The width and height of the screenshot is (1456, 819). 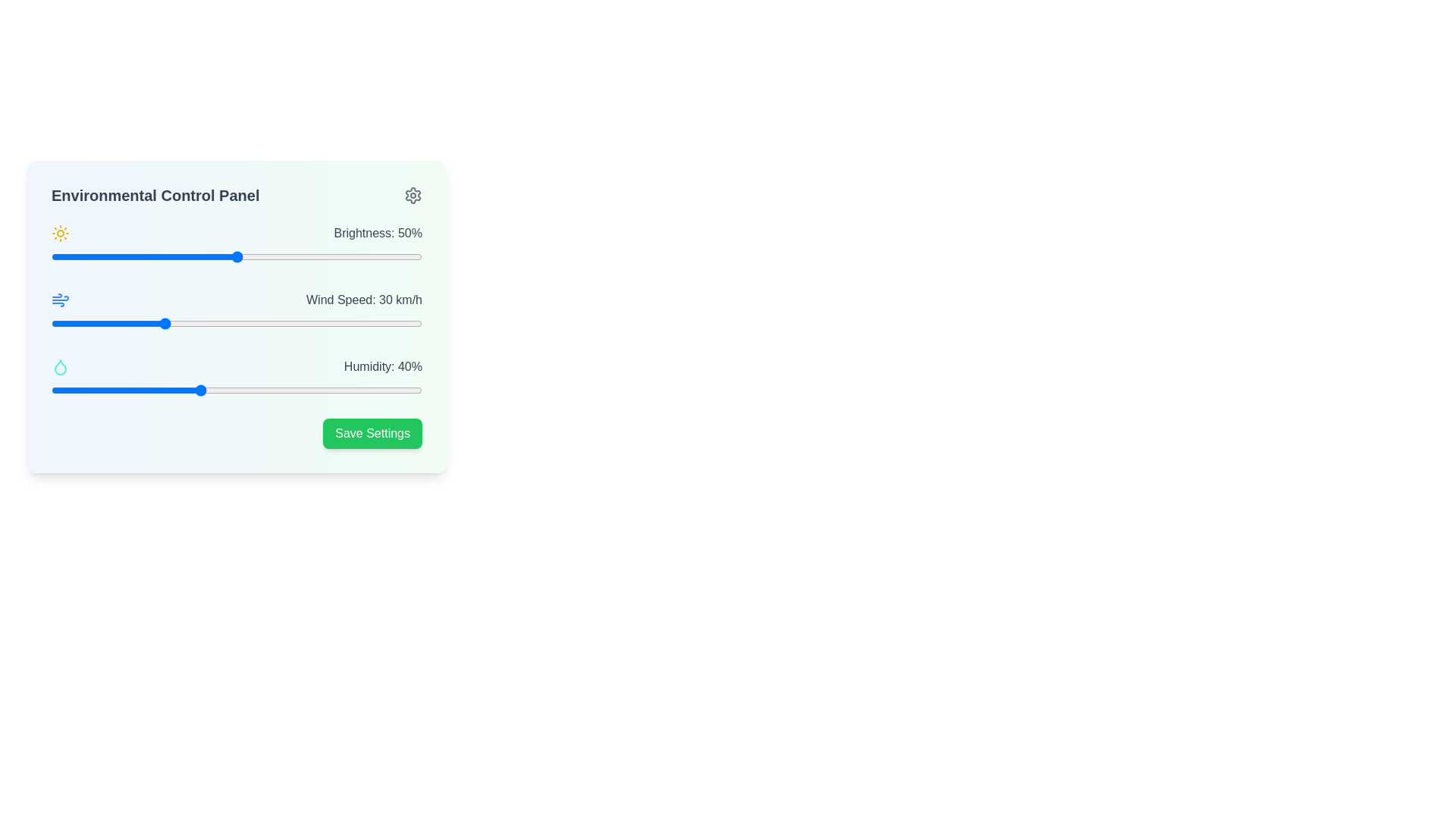 What do you see at coordinates (188, 256) in the screenshot?
I see `the slider value` at bounding box center [188, 256].